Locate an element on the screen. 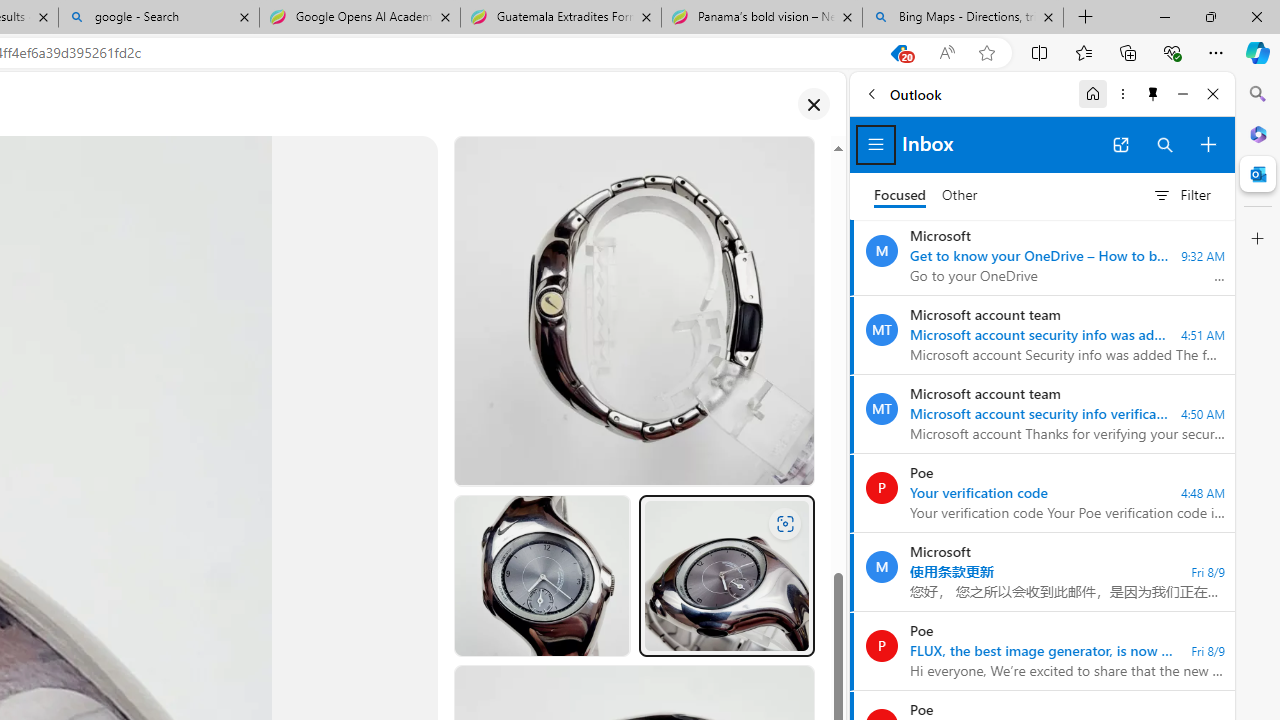 The image size is (1280, 720). 'Split screen' is located at coordinates (1040, 51).